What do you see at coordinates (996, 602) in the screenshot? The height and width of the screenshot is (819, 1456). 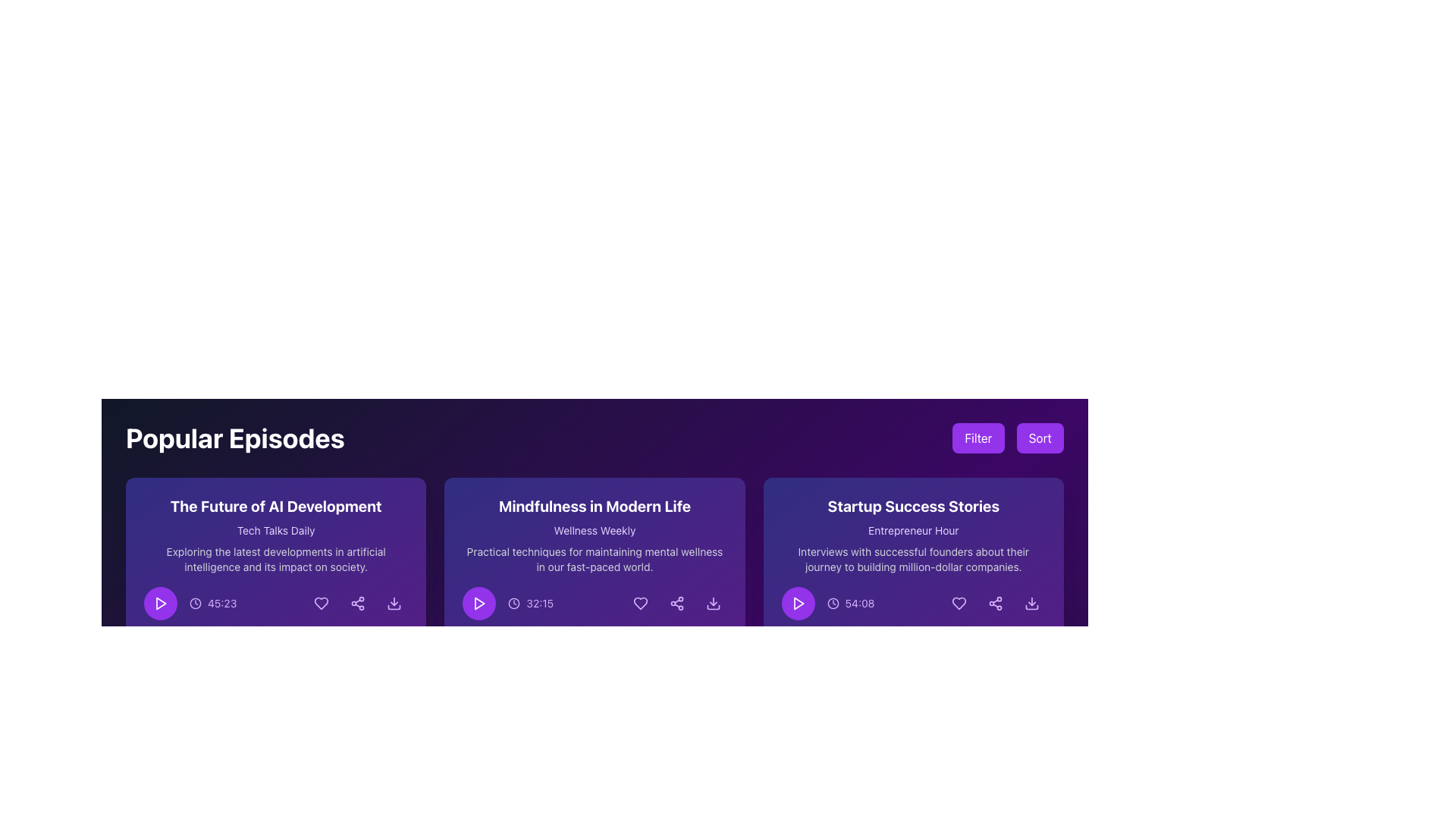 I see `the 'share' button located in the bottom right section of the 'Startup Success Stories' card` at bounding box center [996, 602].